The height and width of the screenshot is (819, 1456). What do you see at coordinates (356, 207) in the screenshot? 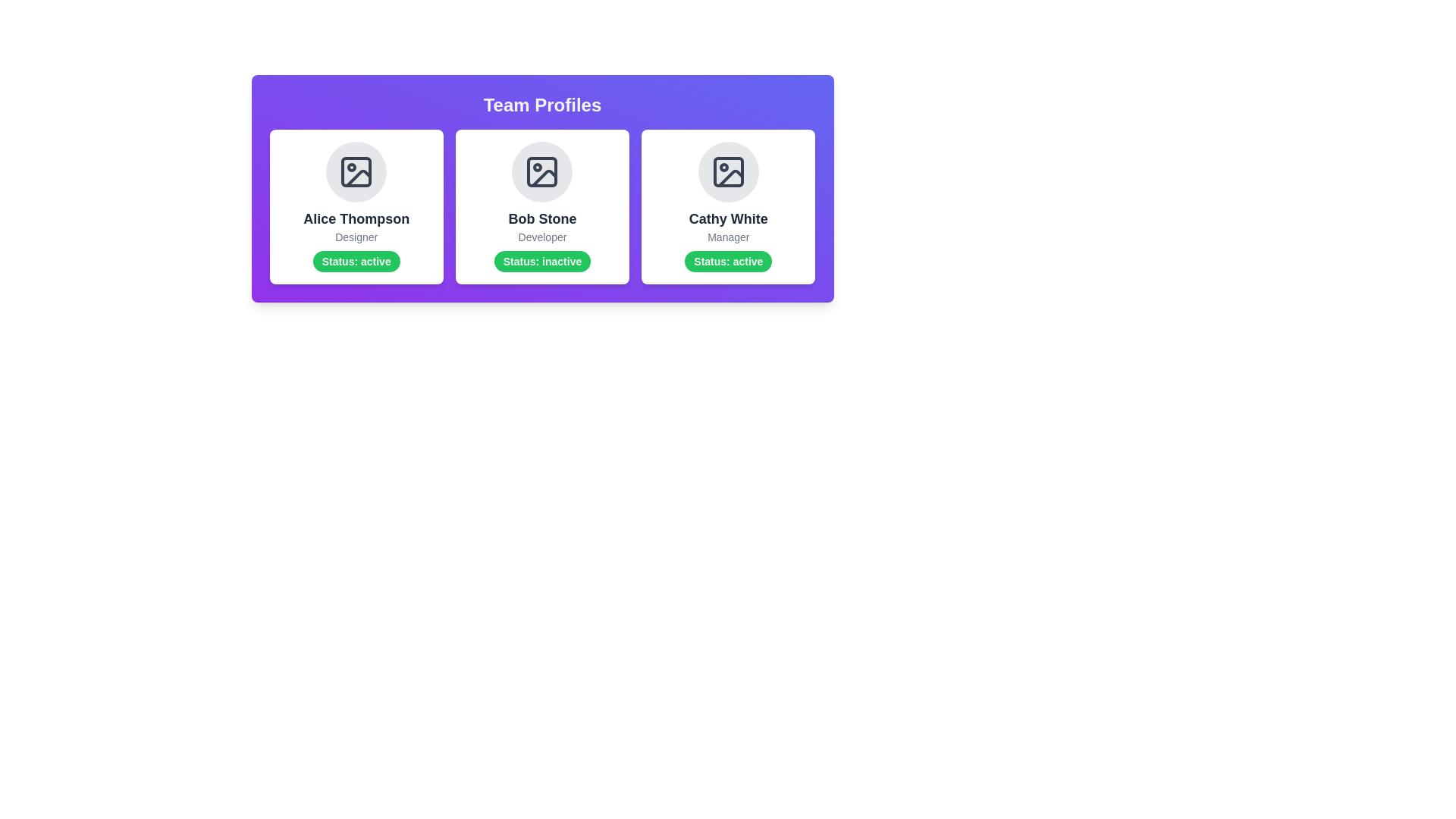
I see `the first Profile Card located in the top left corner of the horizontally aligned grid layout` at bounding box center [356, 207].